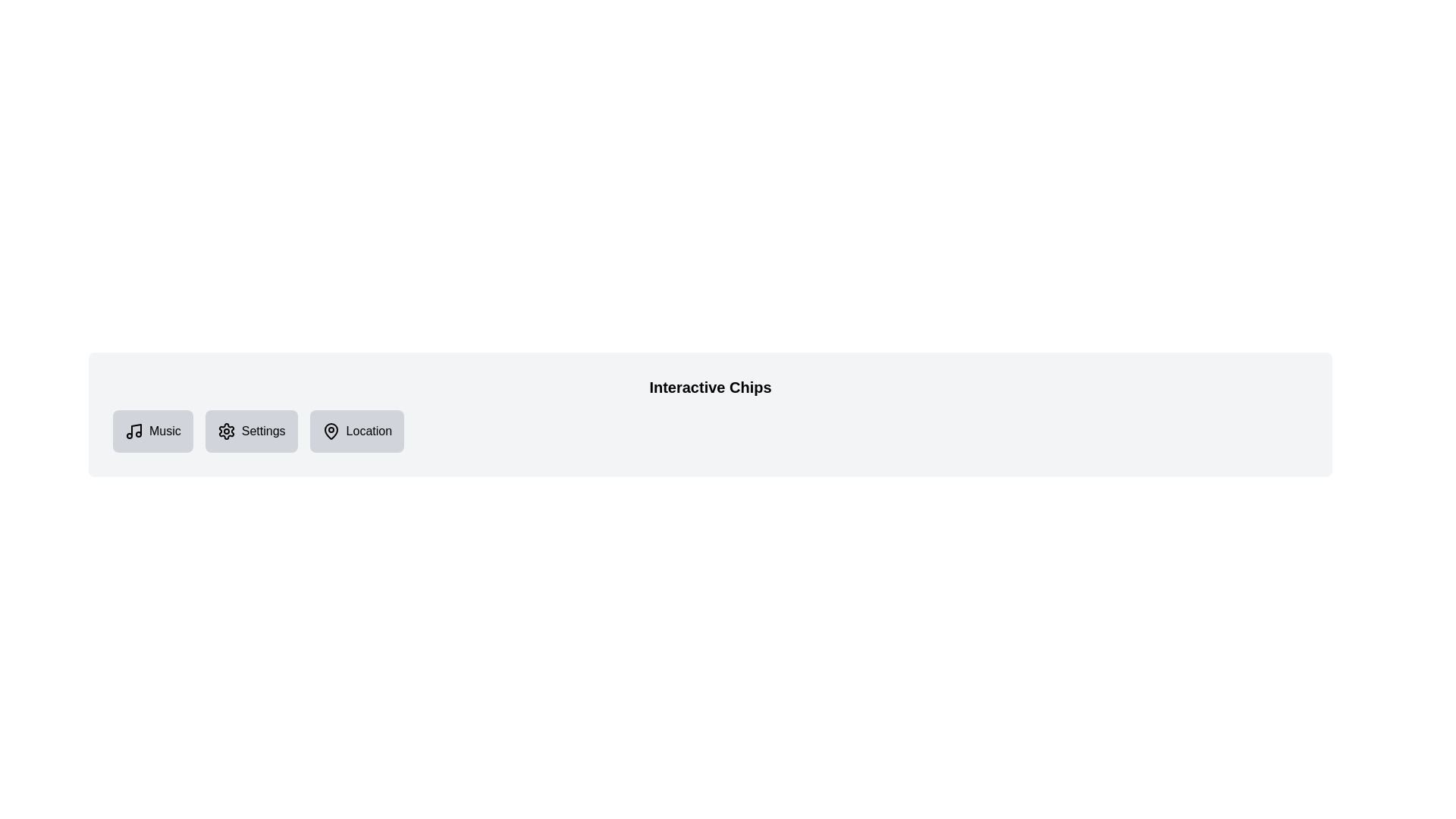 This screenshot has width=1456, height=819. What do you see at coordinates (251, 431) in the screenshot?
I see `the chip labeled Settings to observe its hover effect` at bounding box center [251, 431].